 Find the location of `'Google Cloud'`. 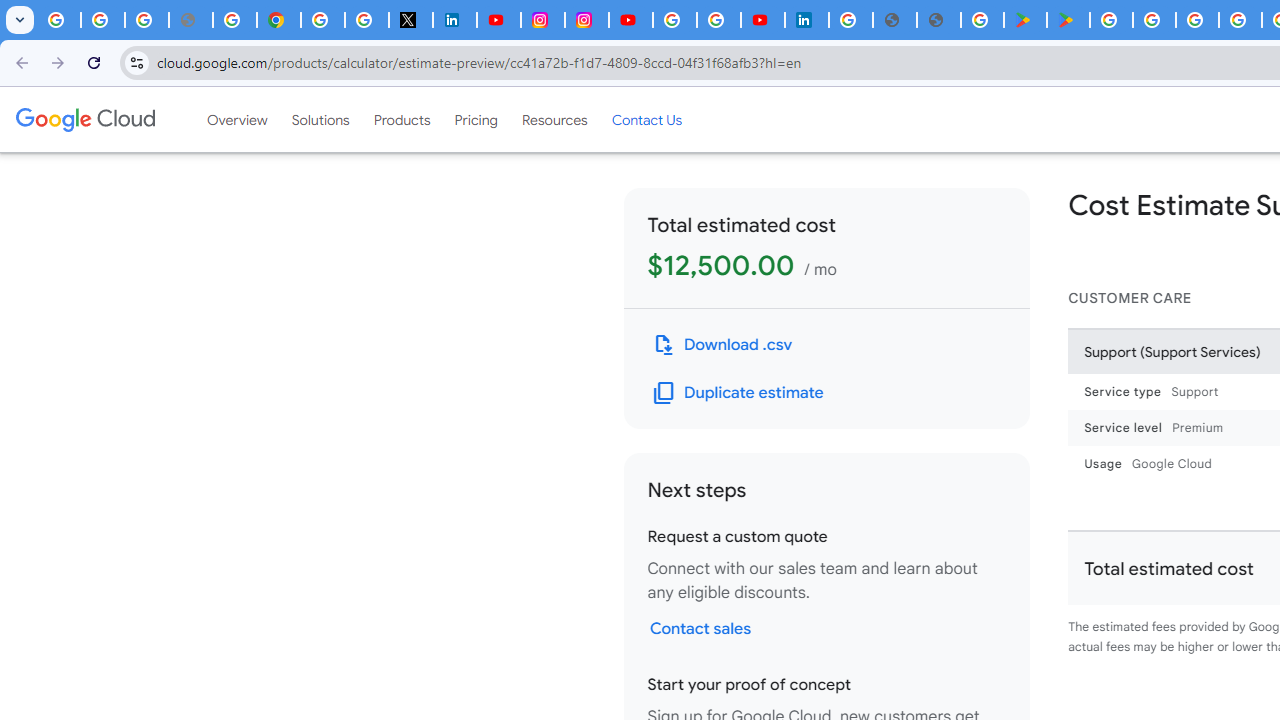

'Google Cloud' is located at coordinates (84, 119).